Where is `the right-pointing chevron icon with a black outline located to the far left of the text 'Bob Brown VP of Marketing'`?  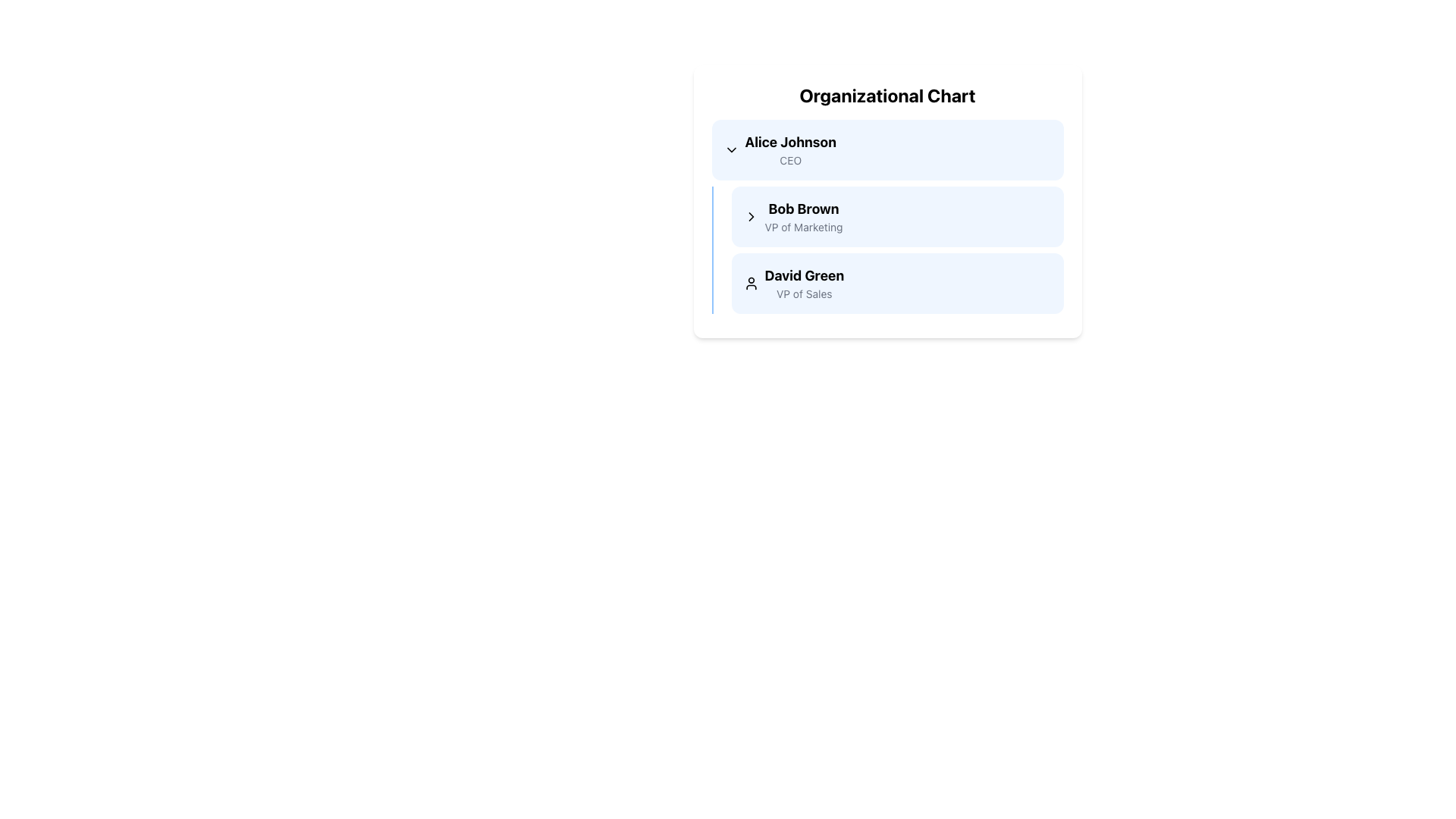 the right-pointing chevron icon with a black outline located to the far left of the text 'Bob Brown VP of Marketing' is located at coordinates (751, 216).